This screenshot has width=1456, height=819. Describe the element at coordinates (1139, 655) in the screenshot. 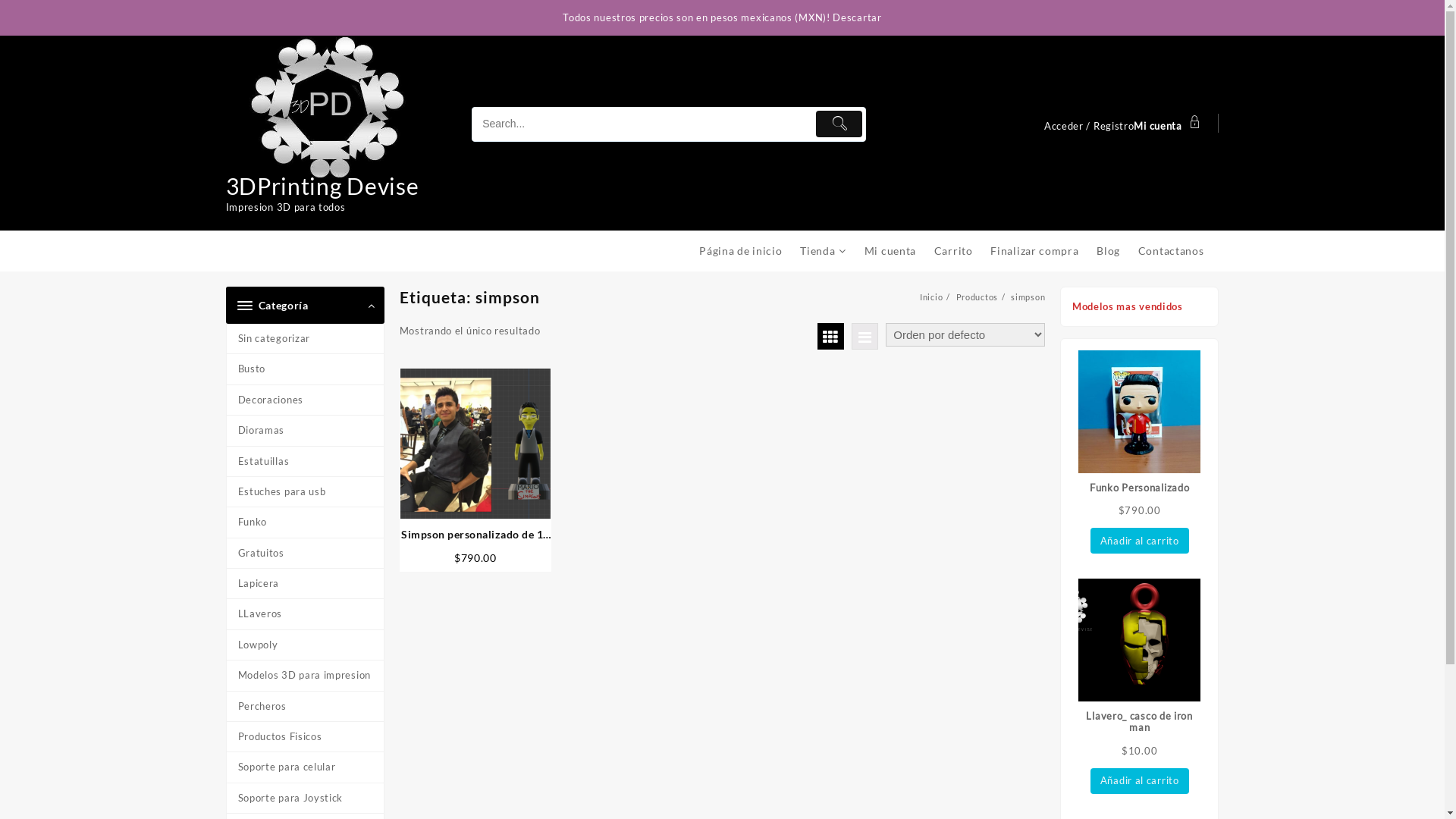

I see `'Llavero_ casco de iron man'` at that location.